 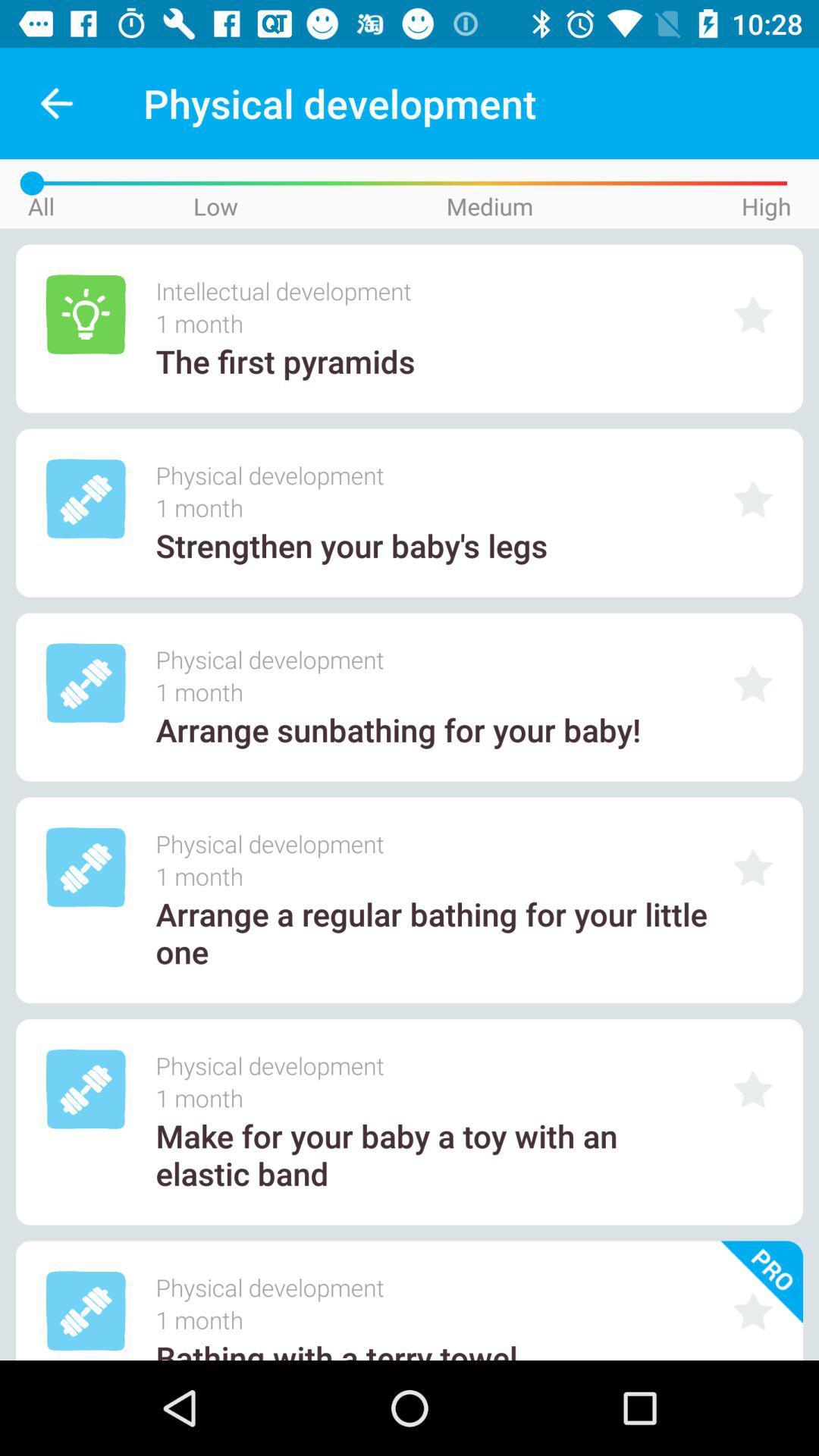 What do you see at coordinates (753, 499) in the screenshot?
I see `adding favorite star icon` at bounding box center [753, 499].